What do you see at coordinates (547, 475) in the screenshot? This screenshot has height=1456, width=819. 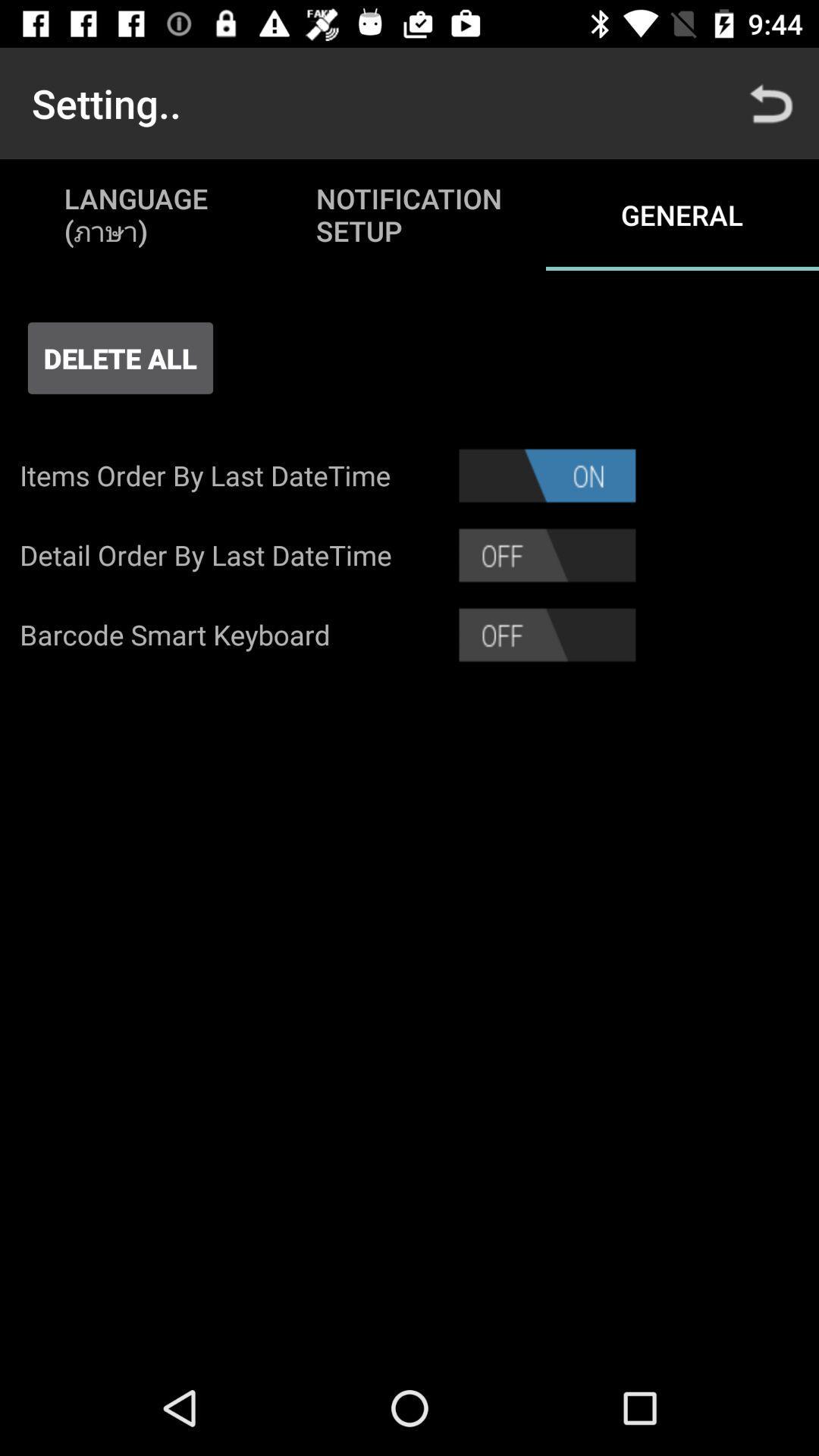 I see `items order by last datetime` at bounding box center [547, 475].